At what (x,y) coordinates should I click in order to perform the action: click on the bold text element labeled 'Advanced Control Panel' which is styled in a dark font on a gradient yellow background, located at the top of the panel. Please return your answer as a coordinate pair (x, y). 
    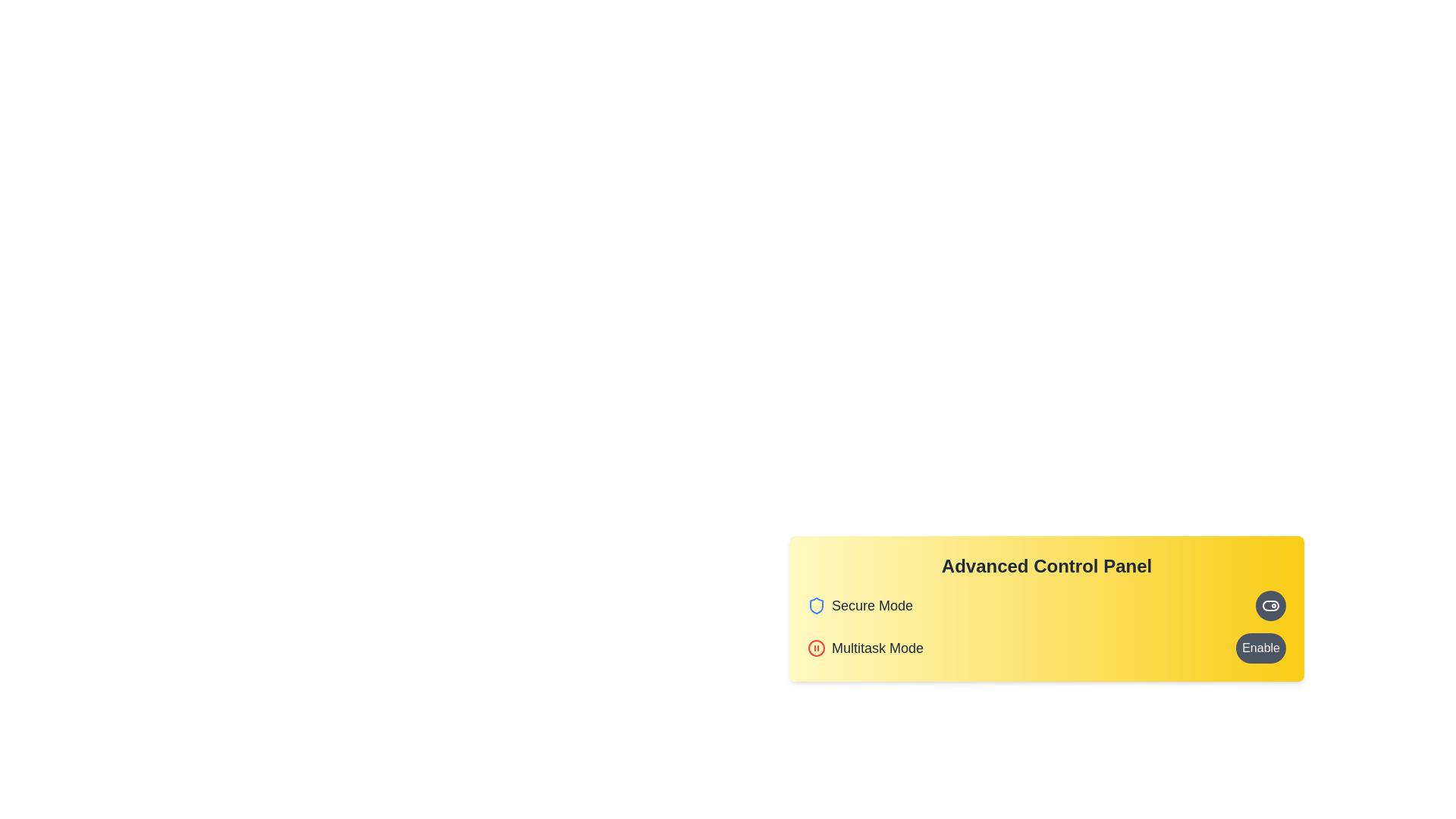
    Looking at the image, I should click on (1046, 566).